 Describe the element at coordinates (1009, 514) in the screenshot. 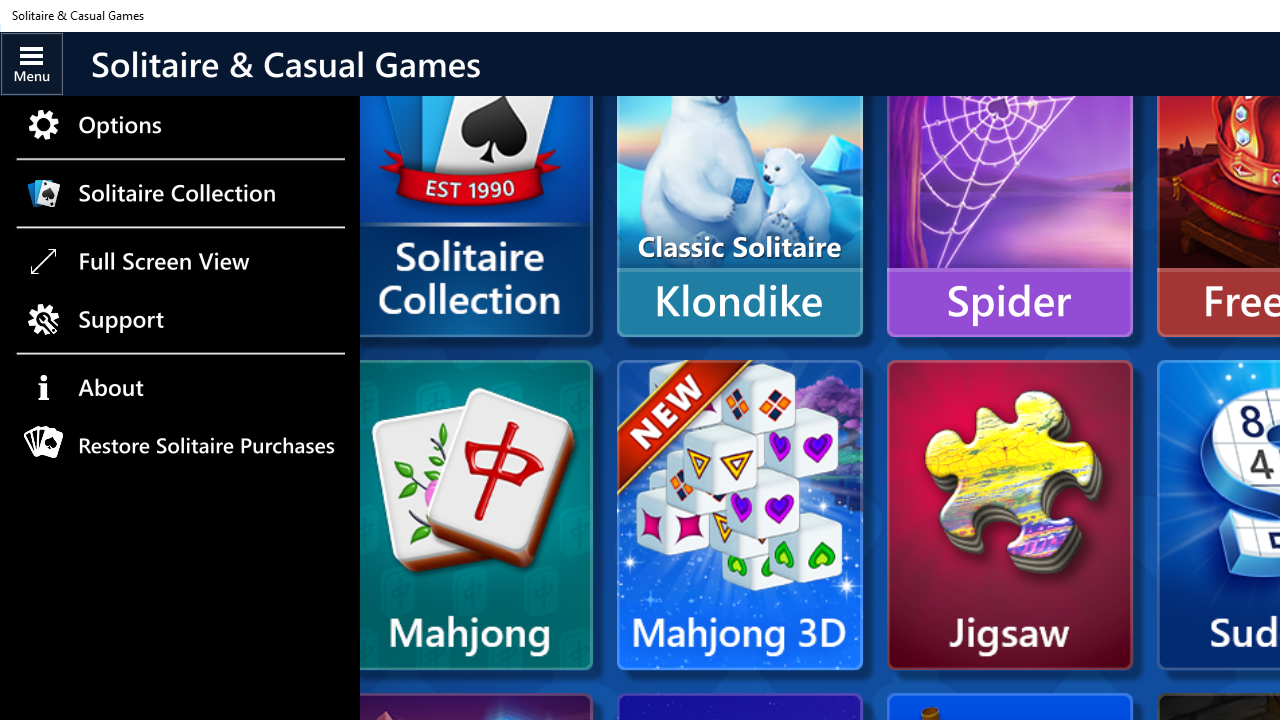

I see `'Microsoft Jigsaw'` at that location.